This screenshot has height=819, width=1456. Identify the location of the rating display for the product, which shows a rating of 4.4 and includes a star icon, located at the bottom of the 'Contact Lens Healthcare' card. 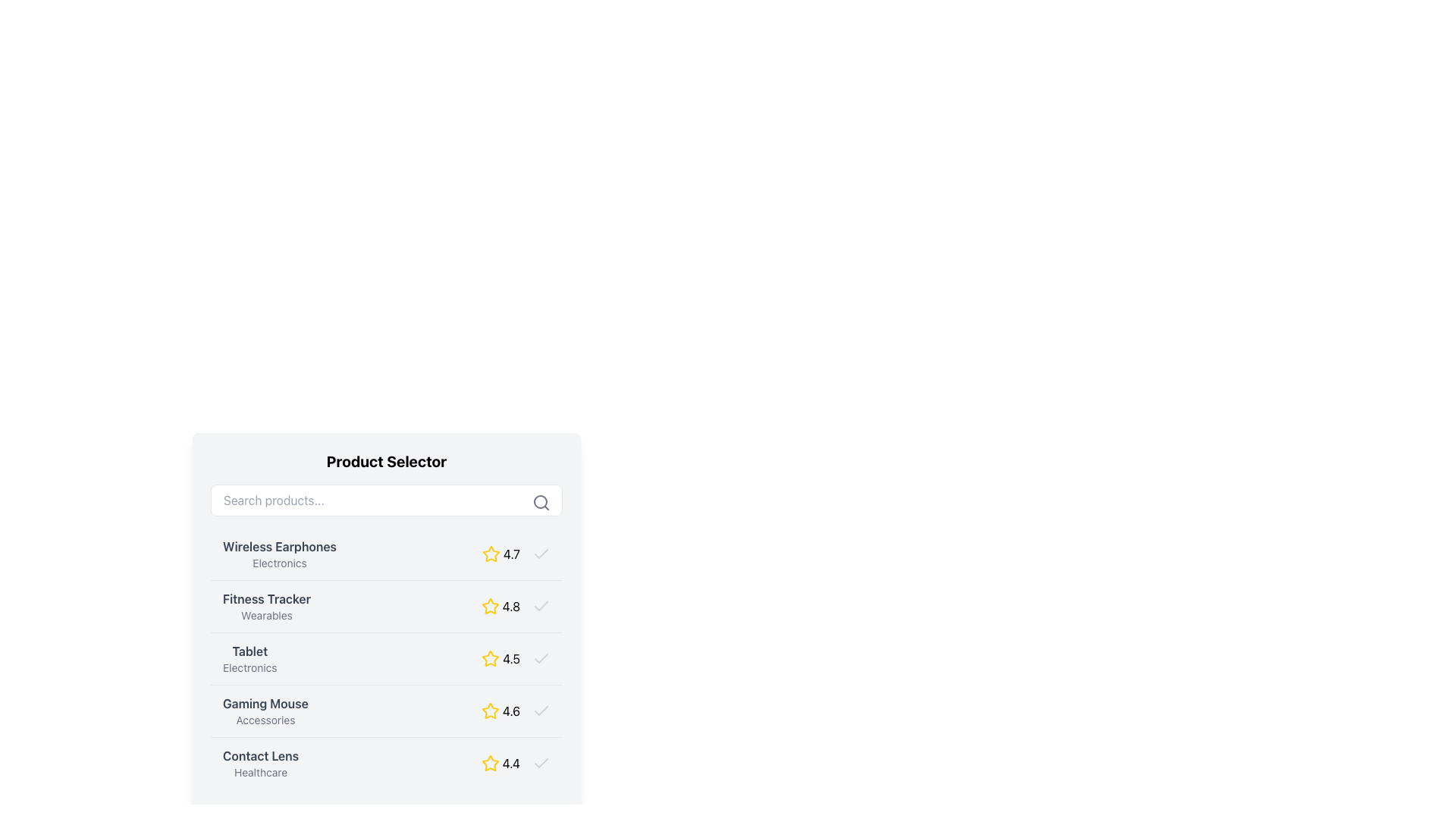
(516, 763).